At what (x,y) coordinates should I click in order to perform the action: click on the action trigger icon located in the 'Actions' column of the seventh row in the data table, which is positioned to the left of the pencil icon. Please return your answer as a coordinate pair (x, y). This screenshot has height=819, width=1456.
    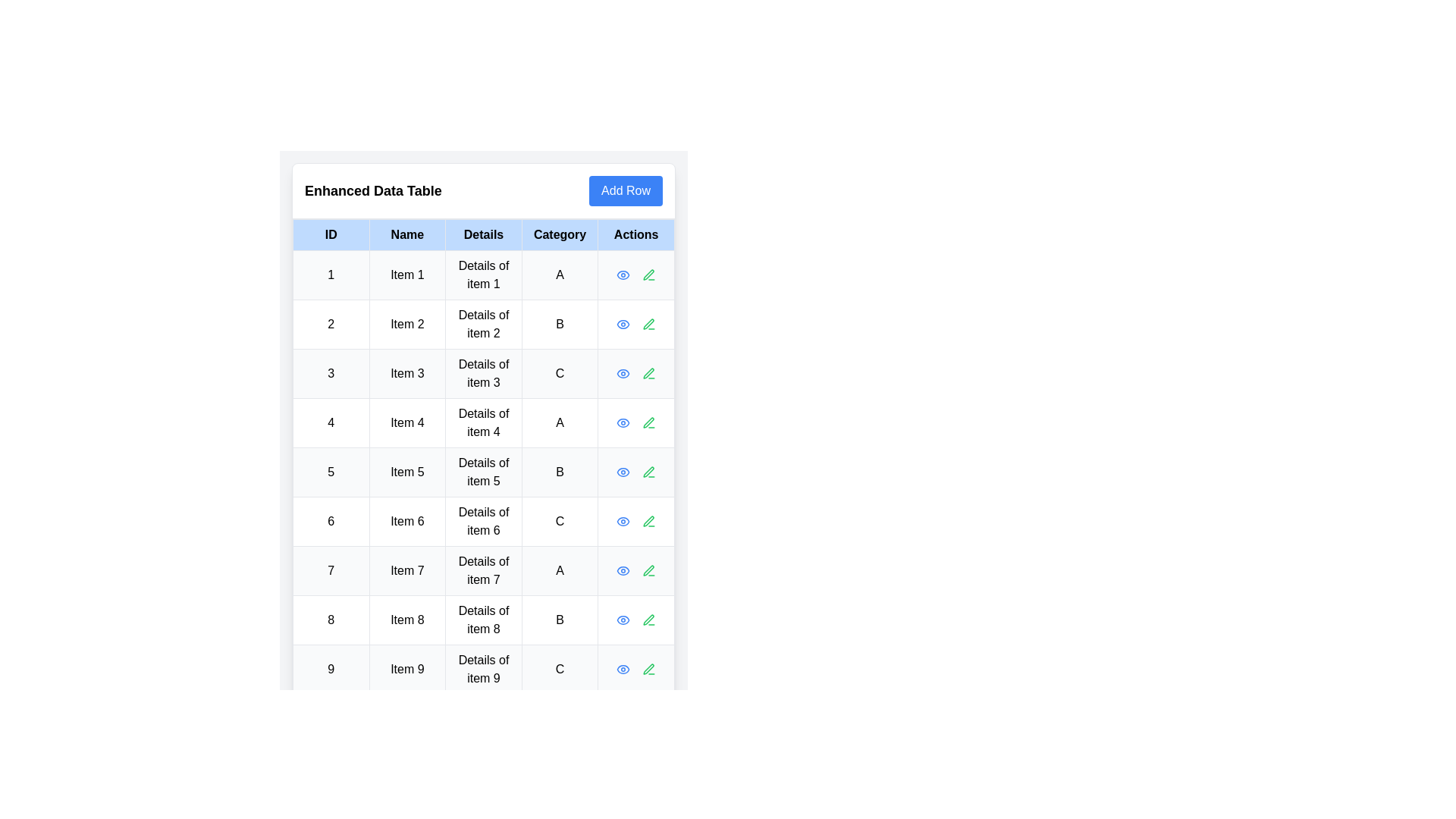
    Looking at the image, I should click on (623, 570).